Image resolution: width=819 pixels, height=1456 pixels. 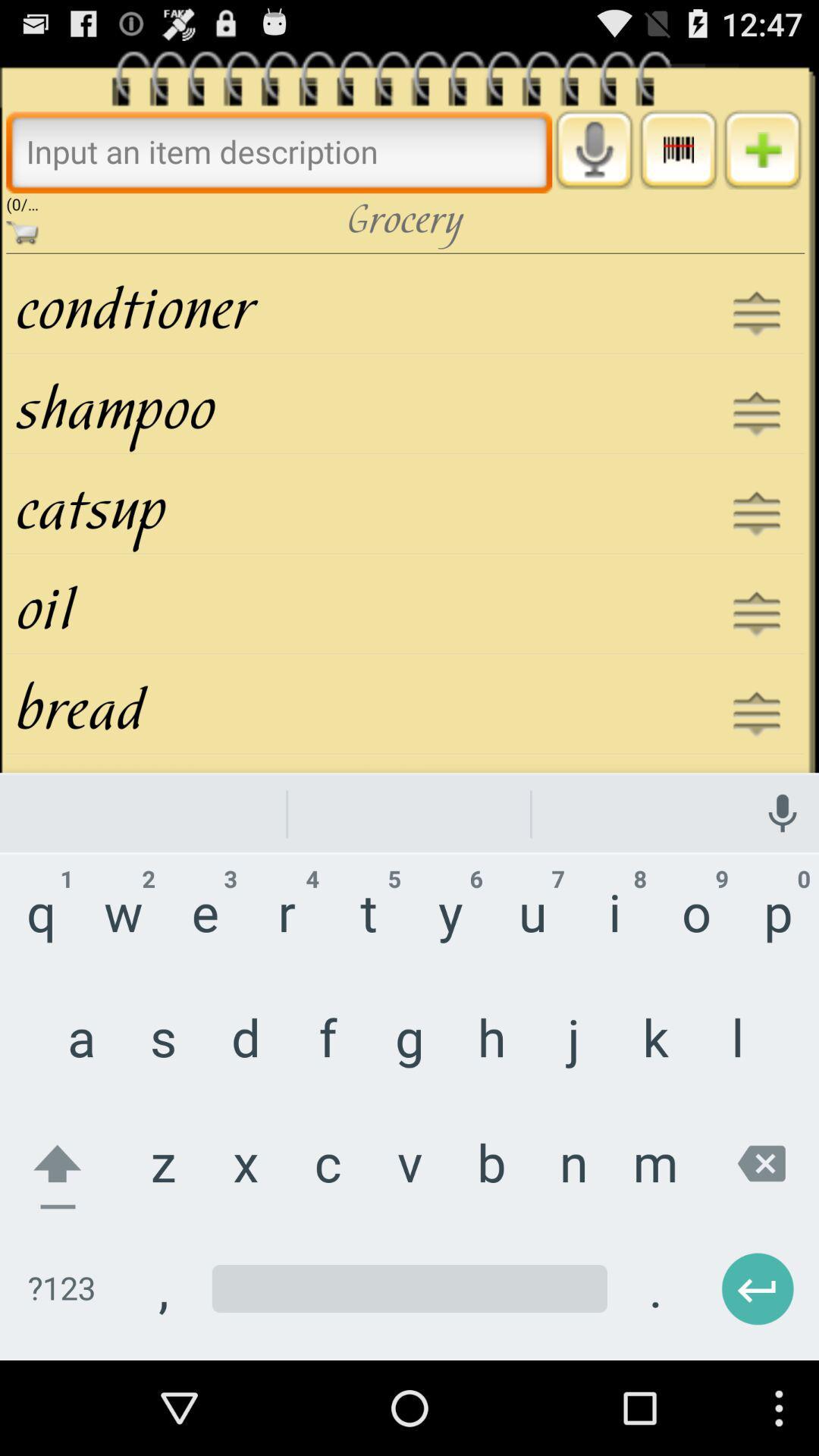 I want to click on the microphone icon, so click(x=593, y=160).